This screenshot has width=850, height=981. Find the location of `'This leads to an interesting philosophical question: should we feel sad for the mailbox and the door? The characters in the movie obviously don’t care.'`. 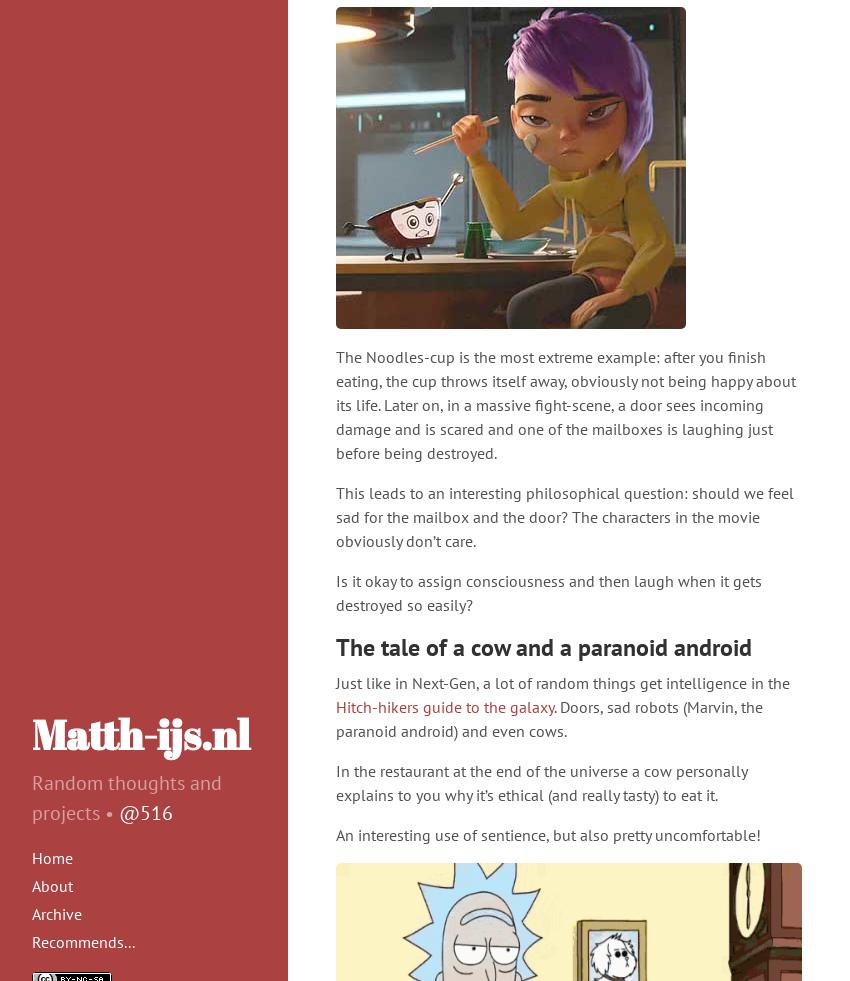

'This leads to an interesting philosophical question: should we feel sad for the mailbox and the door? The characters in the movie obviously don’t care.' is located at coordinates (564, 516).